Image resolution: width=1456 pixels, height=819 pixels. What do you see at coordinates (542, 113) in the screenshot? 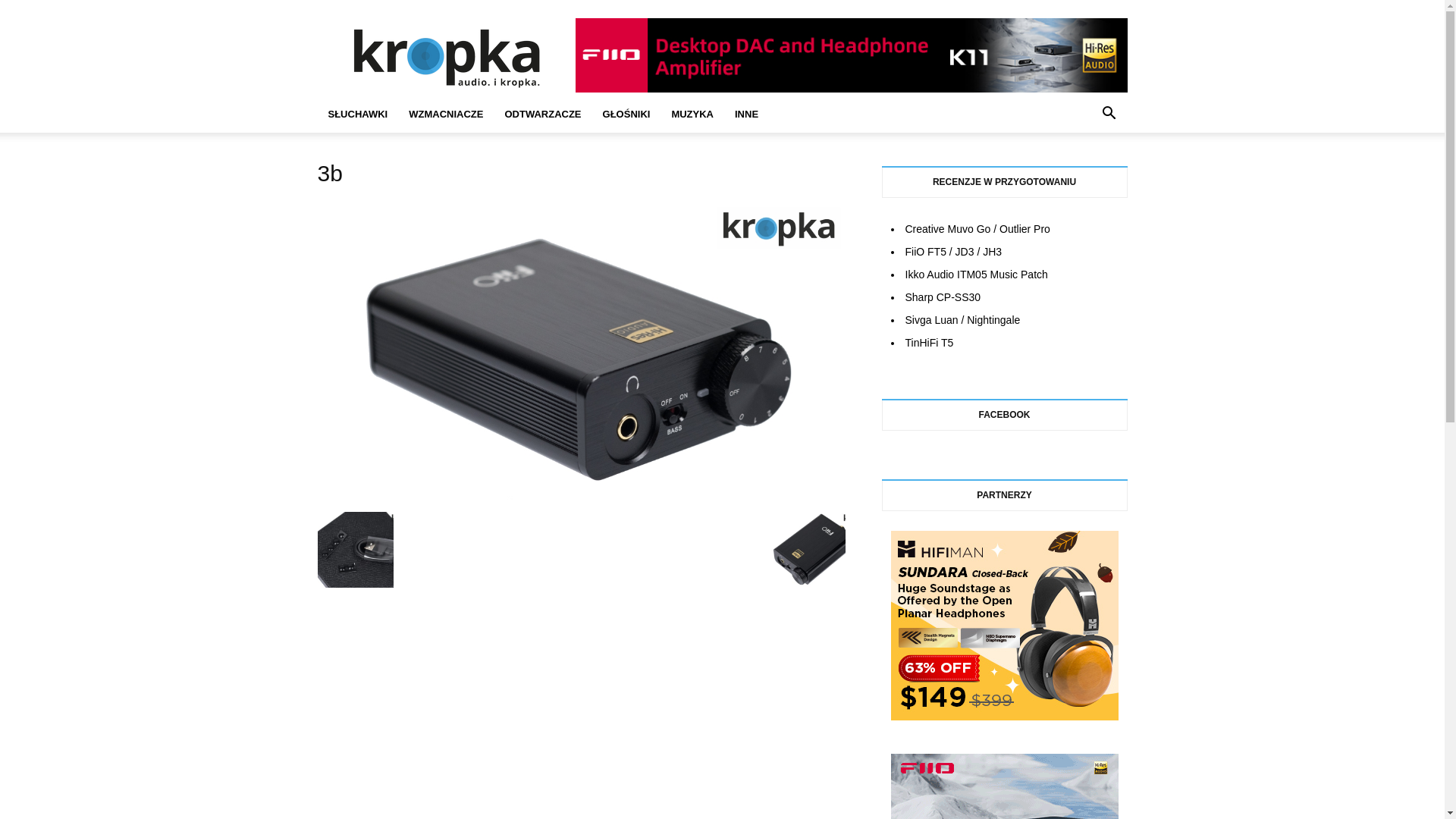
I see `'ODTWARZACZE'` at bounding box center [542, 113].